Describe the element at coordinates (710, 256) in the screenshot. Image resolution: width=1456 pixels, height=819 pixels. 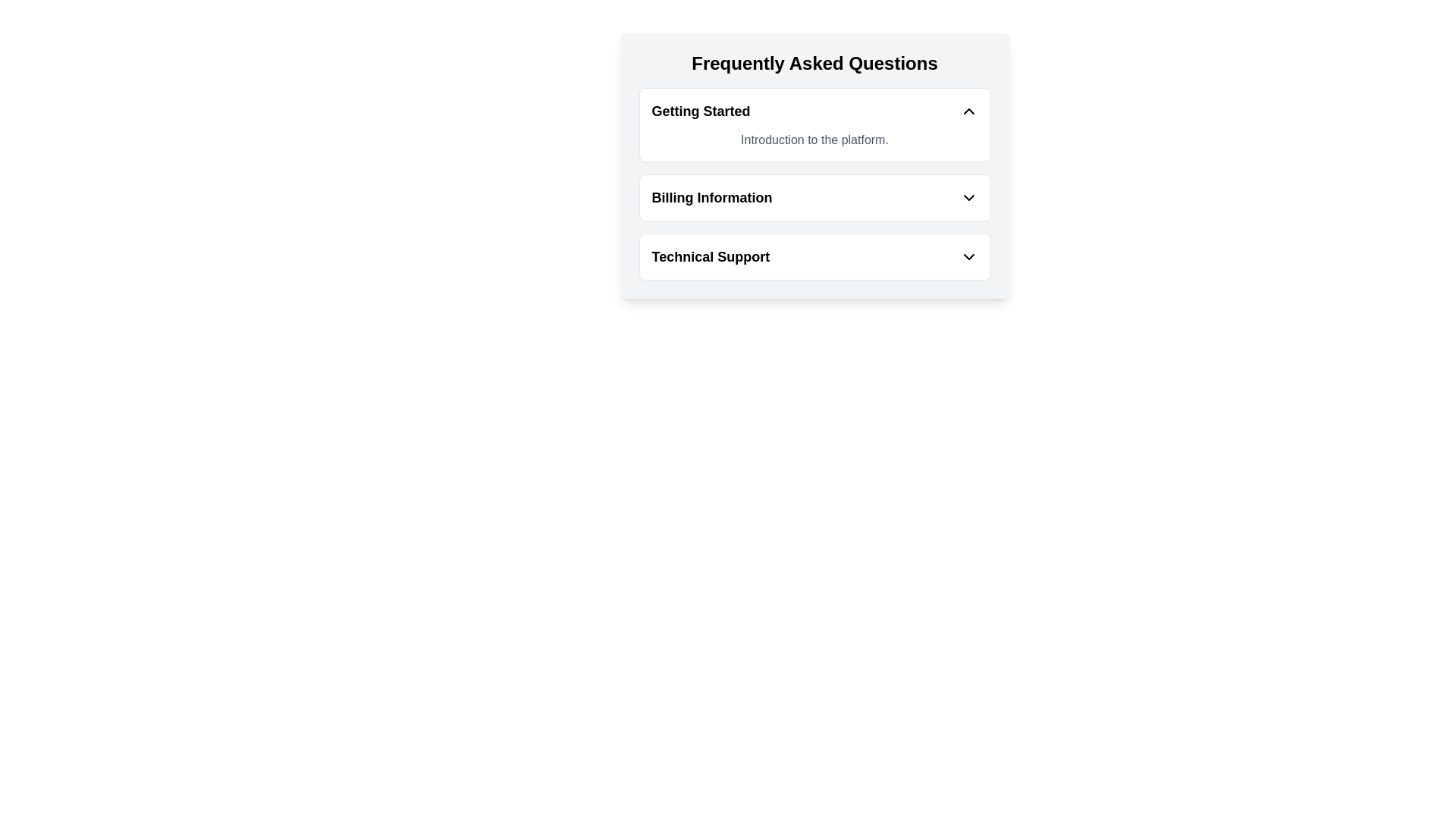
I see `the 'Technical Support' text label by moving the cursor to its center point for reading` at that location.